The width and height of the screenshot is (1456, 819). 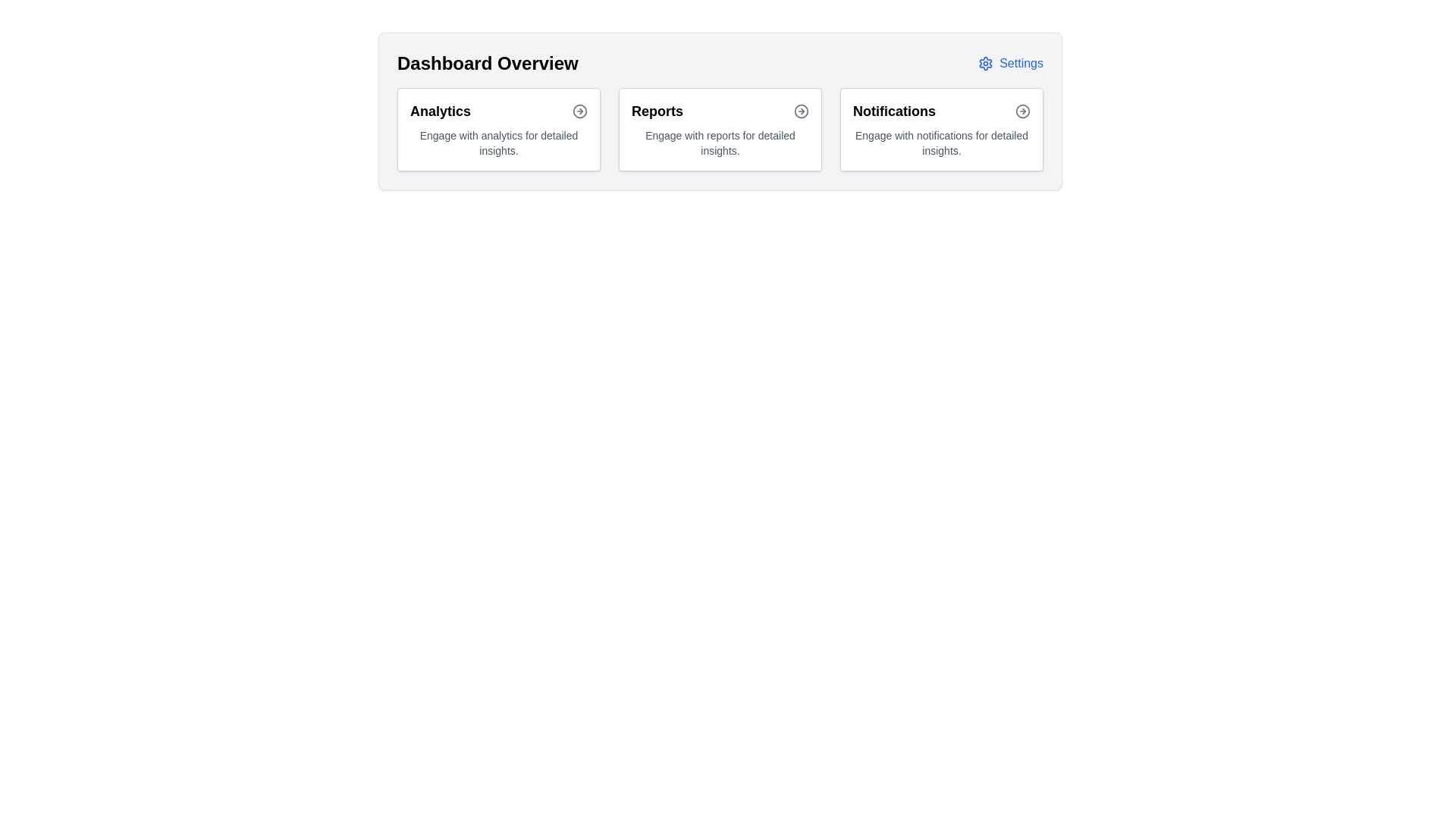 I want to click on the title text indicating 'Reports' located in the middle card of a horizontal row of three cards, so click(x=657, y=110).